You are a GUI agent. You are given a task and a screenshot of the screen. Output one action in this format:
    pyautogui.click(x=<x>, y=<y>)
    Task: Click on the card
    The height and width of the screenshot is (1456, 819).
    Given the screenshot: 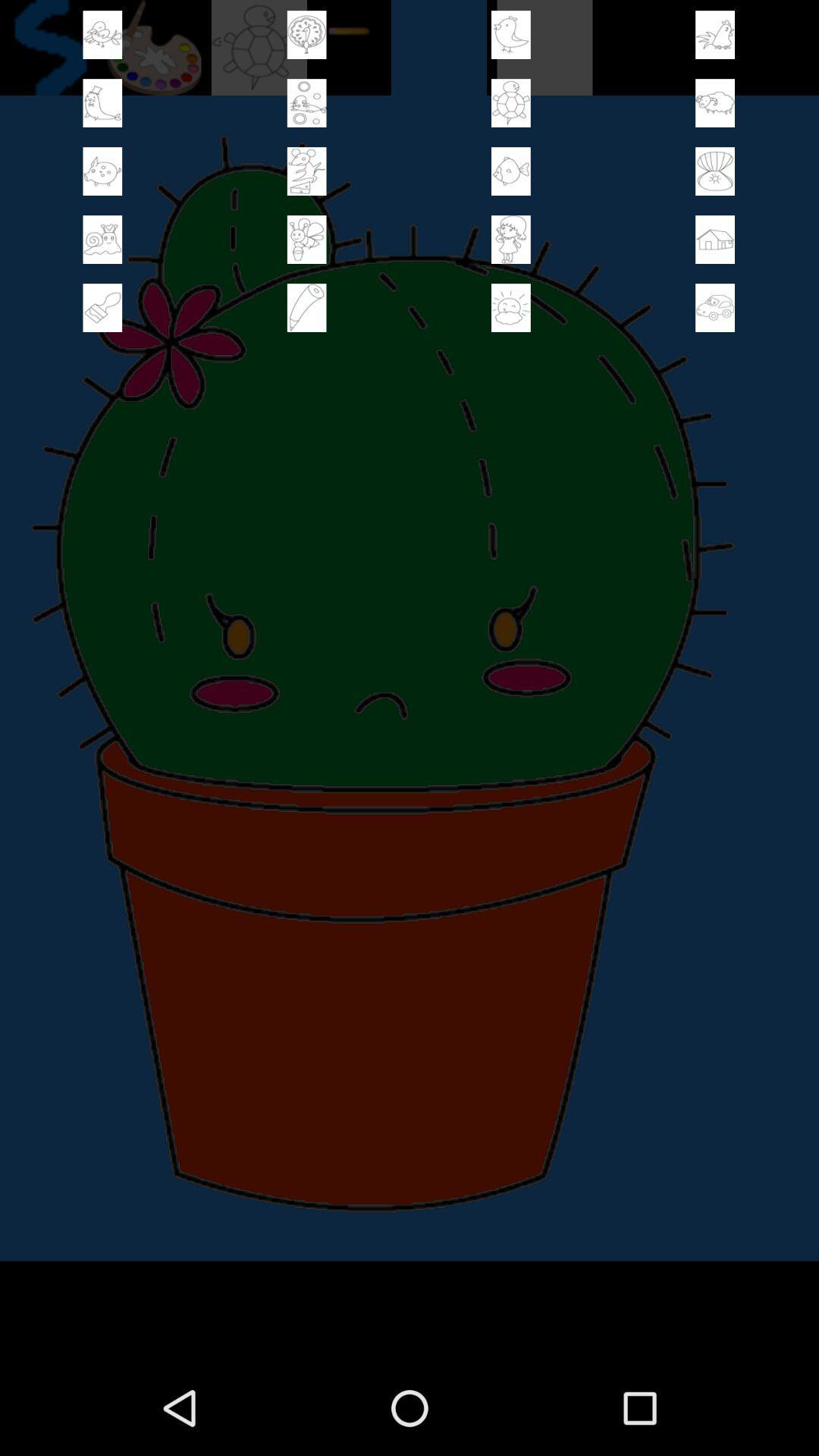 What is the action you would take?
    pyautogui.click(x=306, y=307)
    